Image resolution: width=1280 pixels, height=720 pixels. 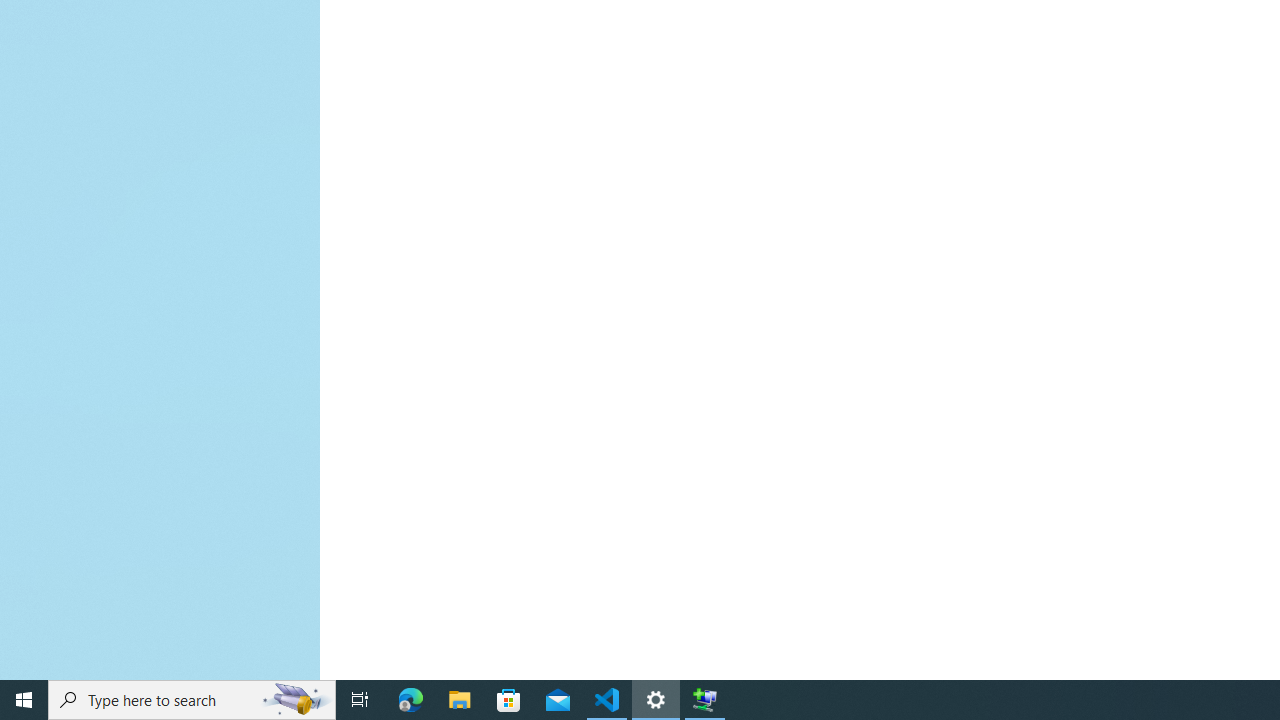 I want to click on 'Settings - 1 running window', so click(x=656, y=698).